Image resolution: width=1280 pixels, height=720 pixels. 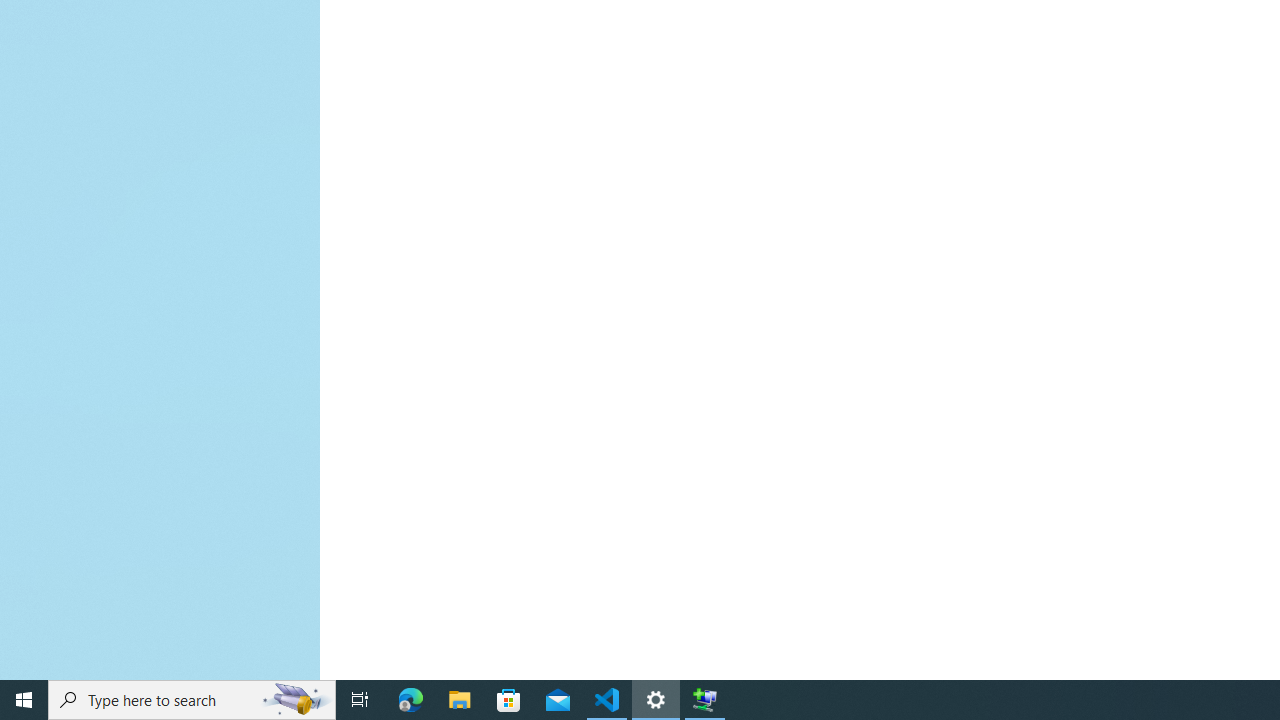 I want to click on 'Settings - 1 running window', so click(x=656, y=698).